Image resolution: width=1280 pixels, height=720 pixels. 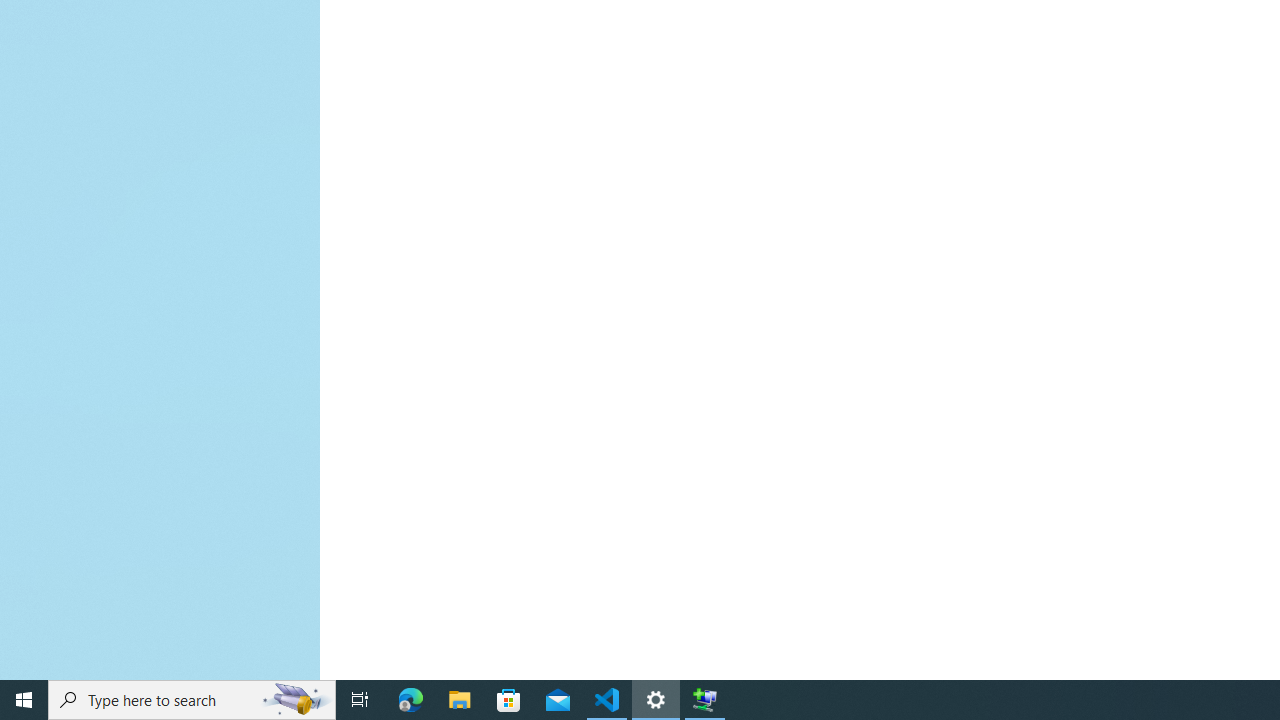 I want to click on 'Settings - 1 running window', so click(x=656, y=698).